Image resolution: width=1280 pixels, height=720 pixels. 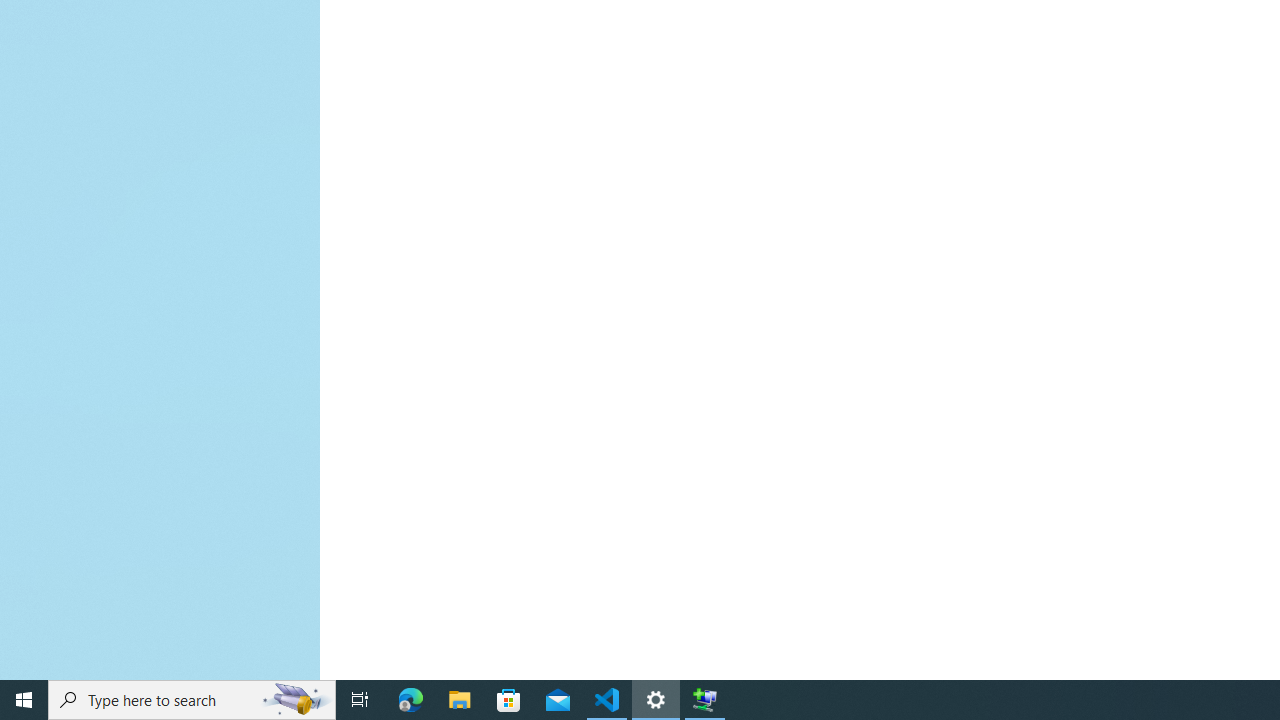 I want to click on 'Settings - 1 running window', so click(x=656, y=698).